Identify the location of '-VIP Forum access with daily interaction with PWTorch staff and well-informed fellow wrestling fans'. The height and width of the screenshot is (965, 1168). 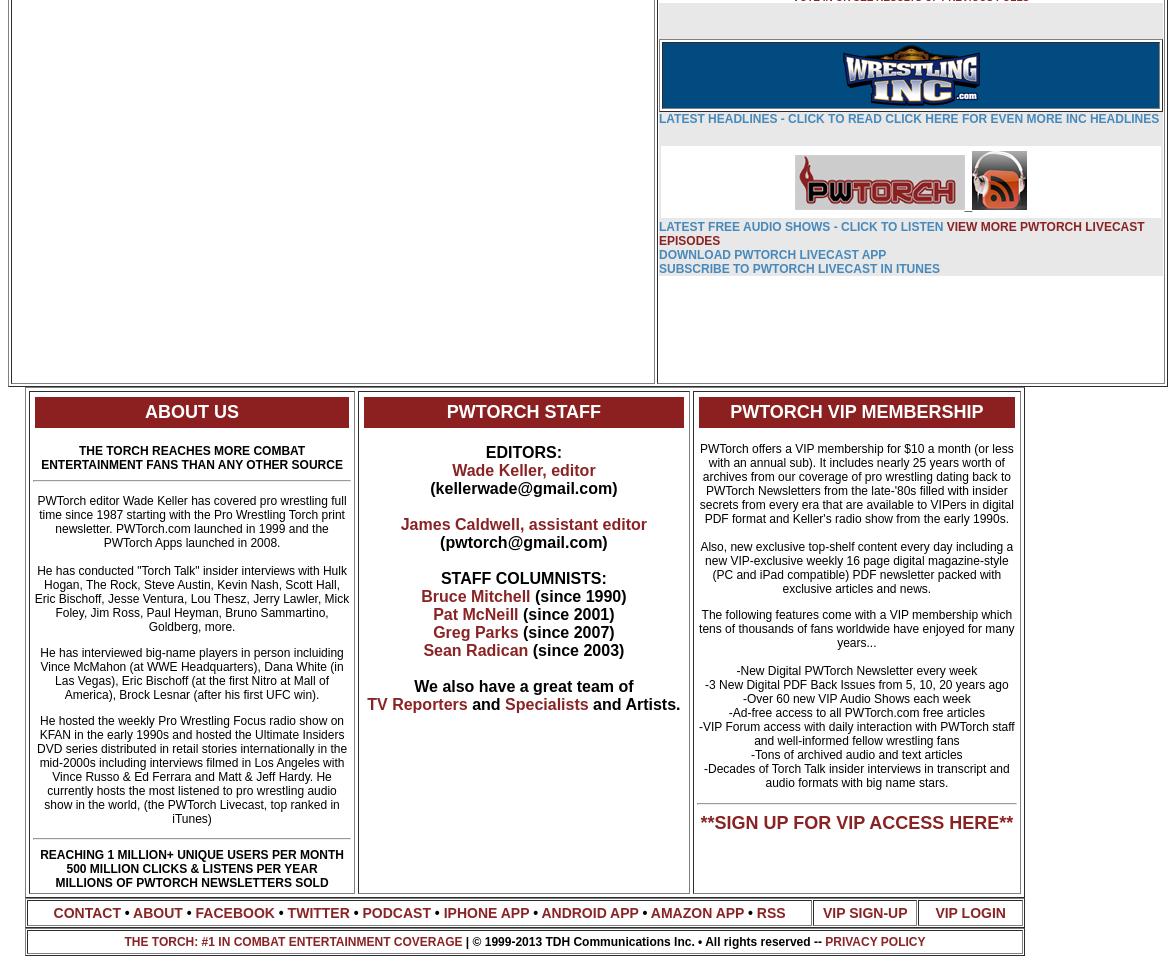
(698, 733).